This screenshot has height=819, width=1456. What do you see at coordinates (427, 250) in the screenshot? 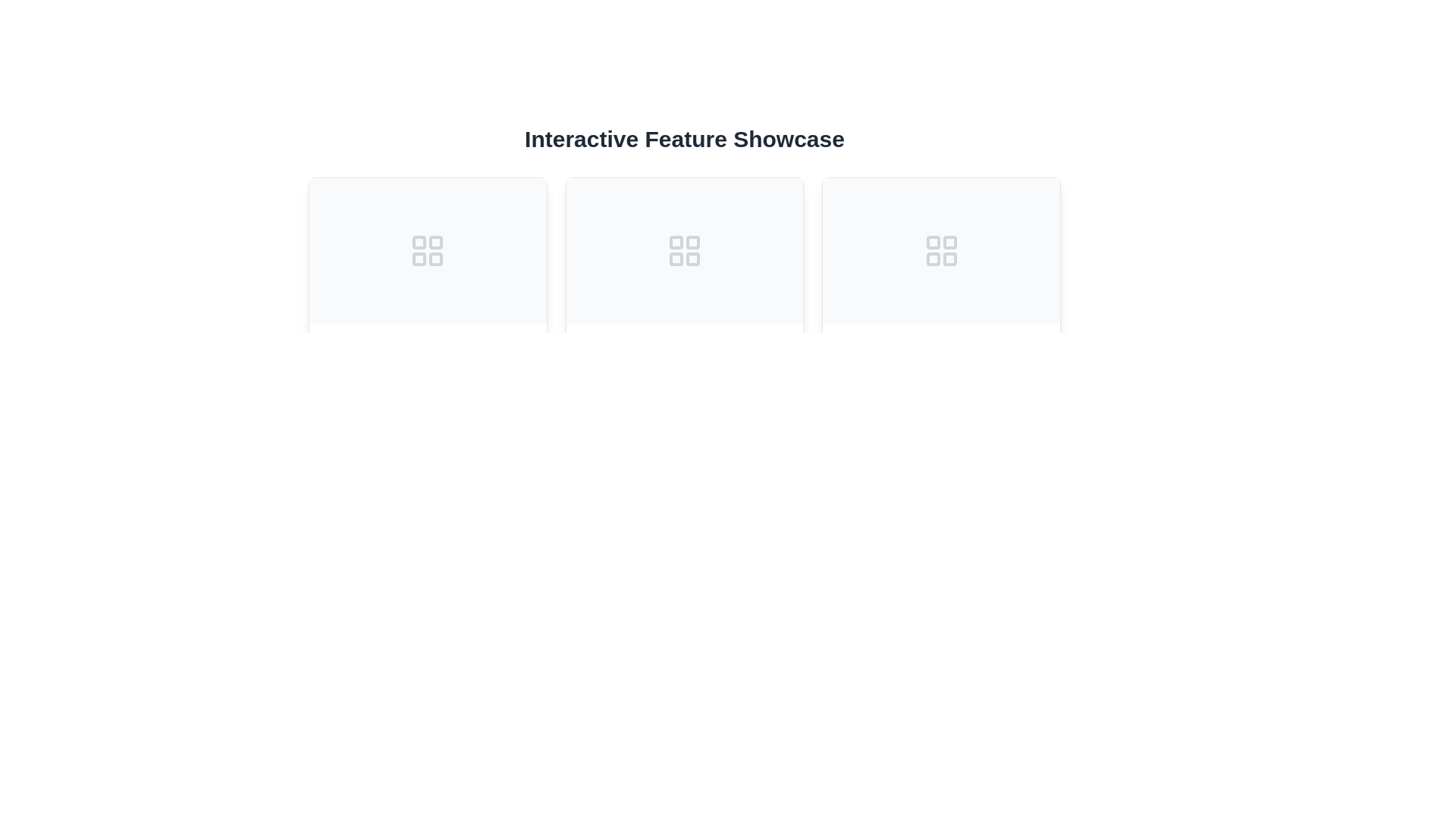
I see `the grid icon located in the top section of the 'Item 1' card, which is displayed in light gray within a large white card area` at bounding box center [427, 250].